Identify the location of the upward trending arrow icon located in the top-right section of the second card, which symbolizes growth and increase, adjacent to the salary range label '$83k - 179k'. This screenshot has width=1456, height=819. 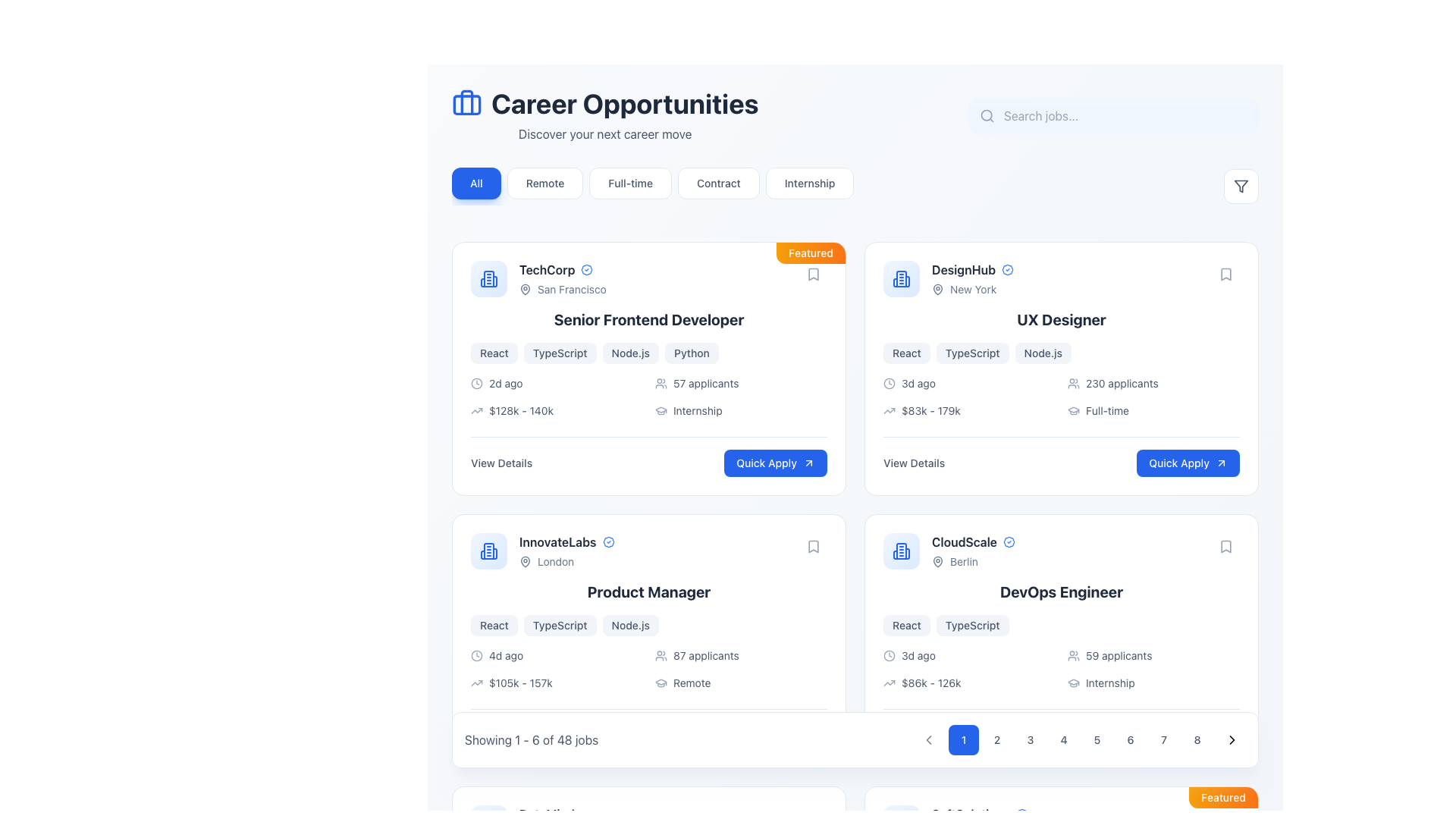
(889, 411).